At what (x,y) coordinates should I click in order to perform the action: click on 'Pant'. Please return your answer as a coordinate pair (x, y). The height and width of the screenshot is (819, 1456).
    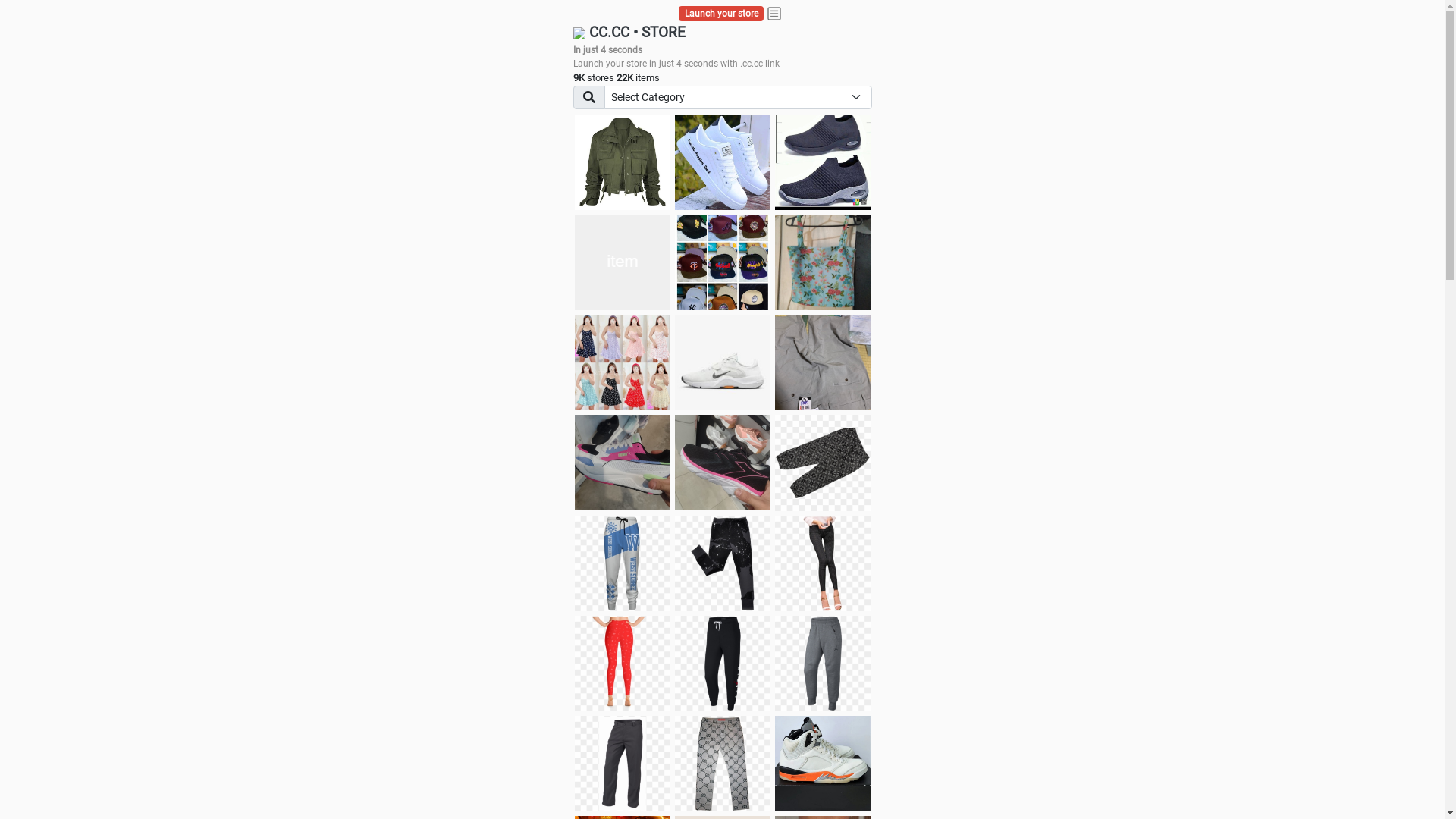
    Looking at the image, I should click on (722, 663).